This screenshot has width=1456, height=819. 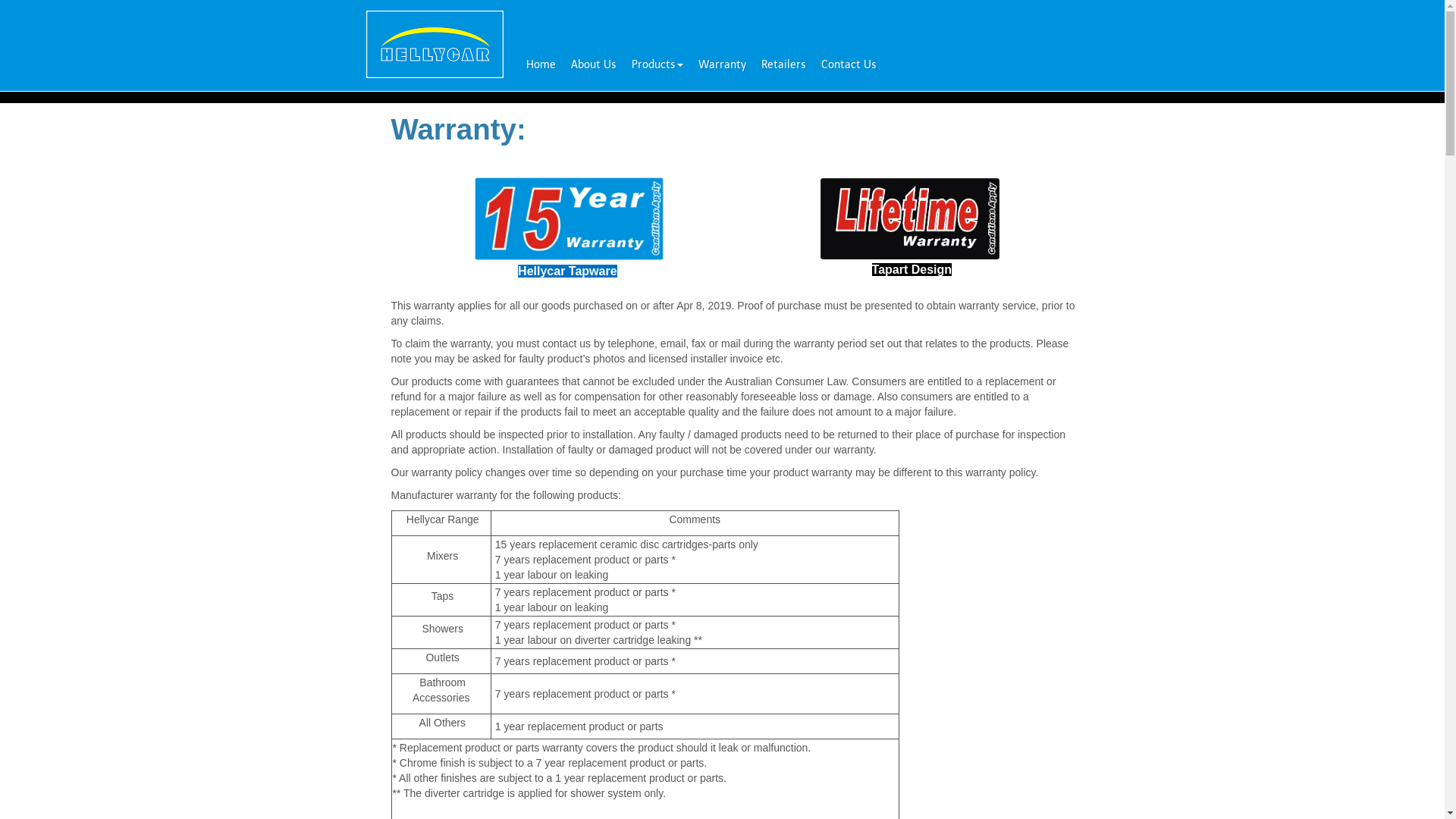 I want to click on 'Home', so click(x=541, y=63).